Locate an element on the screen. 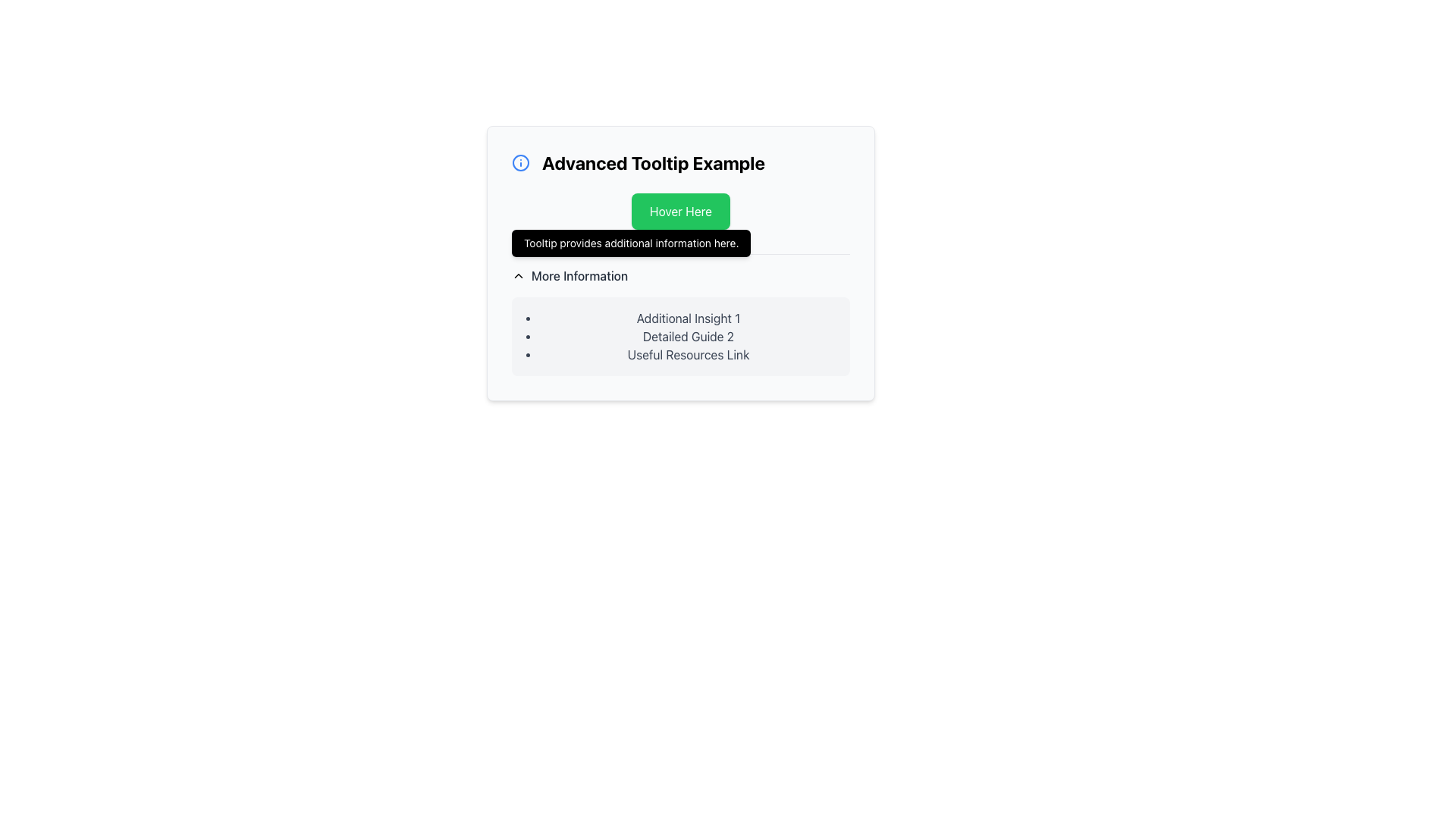 This screenshot has height=819, width=1456. the green rectangular button labeled 'Hover Here' which changes to a darker green on hover is located at coordinates (679, 211).